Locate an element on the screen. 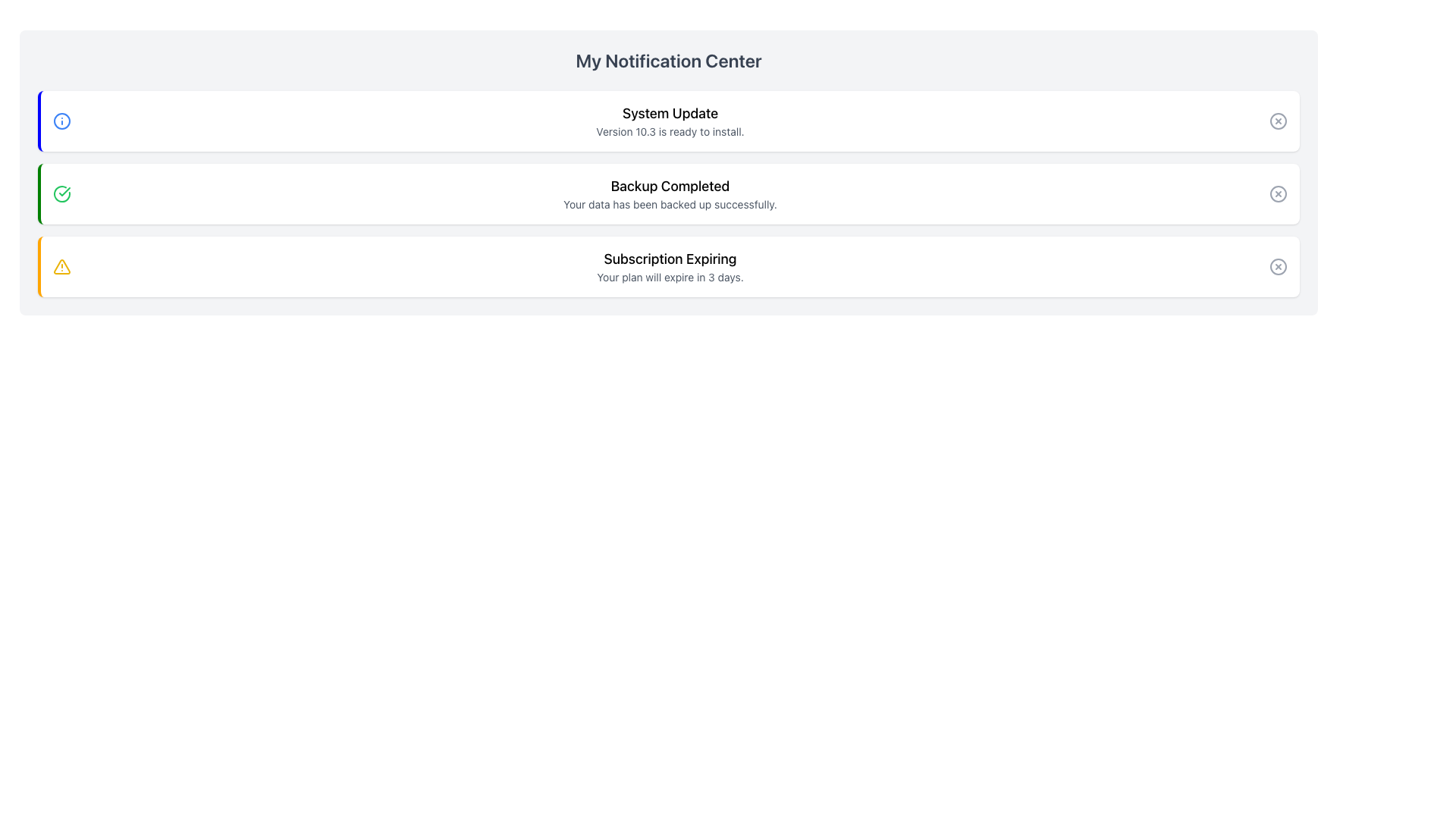 The image size is (1456, 819). the Text label that serves as the heading for the system update notification in the 'My Notification Center' section is located at coordinates (669, 113).